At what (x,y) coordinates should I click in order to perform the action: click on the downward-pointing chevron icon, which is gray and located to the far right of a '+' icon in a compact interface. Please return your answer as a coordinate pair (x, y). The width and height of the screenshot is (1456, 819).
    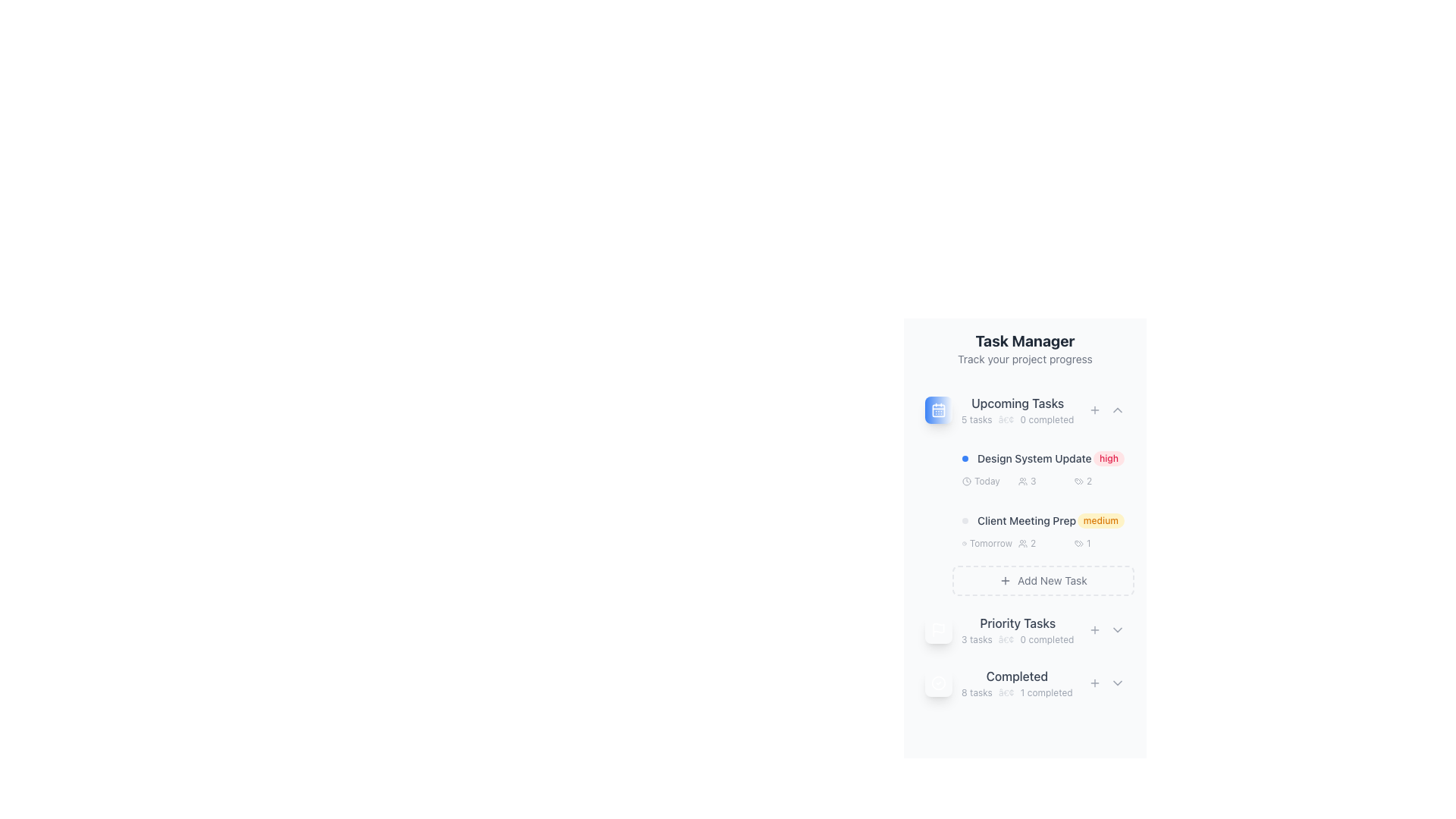
    Looking at the image, I should click on (1117, 409).